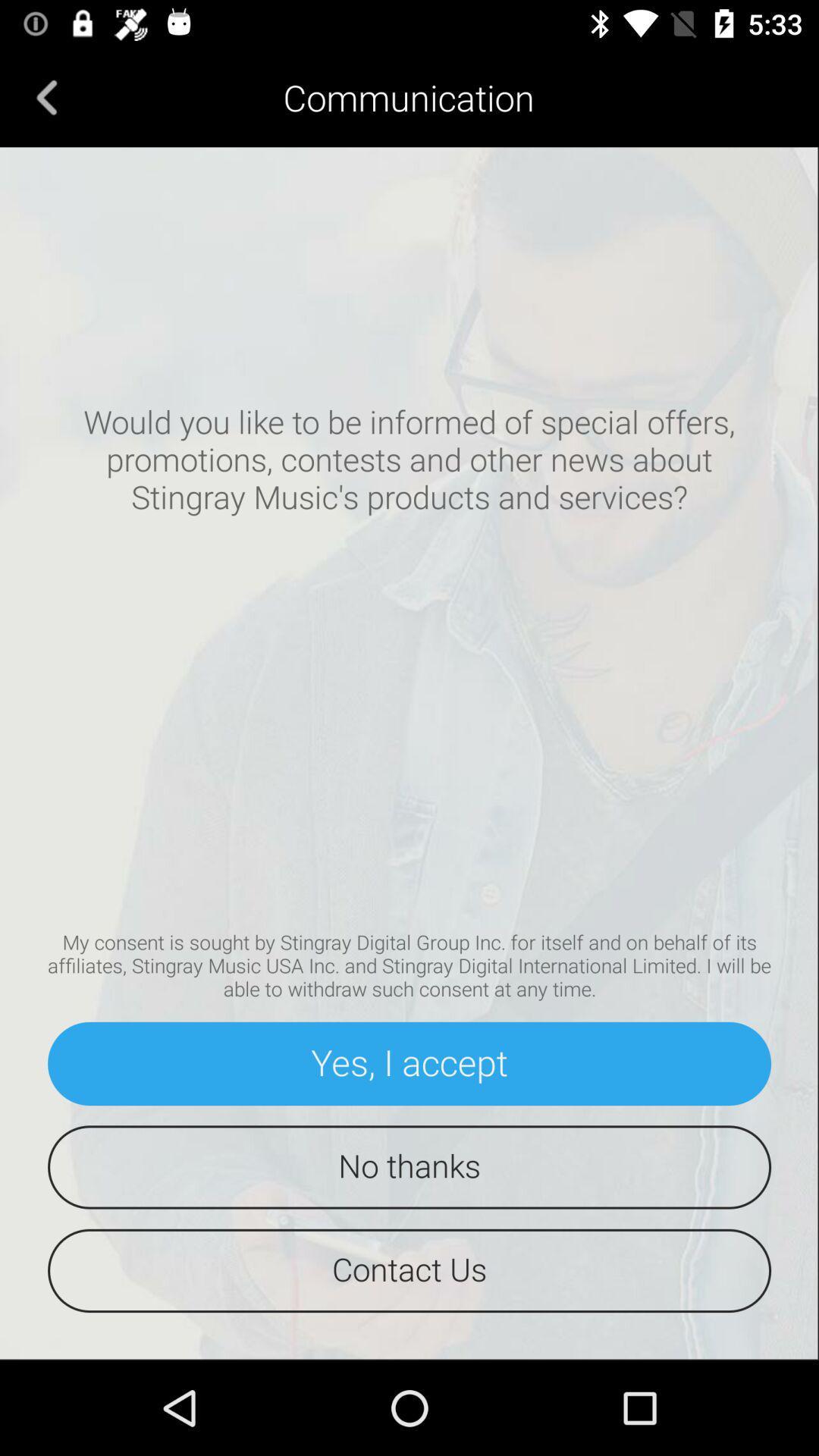  I want to click on icon next to the communication, so click(46, 96).